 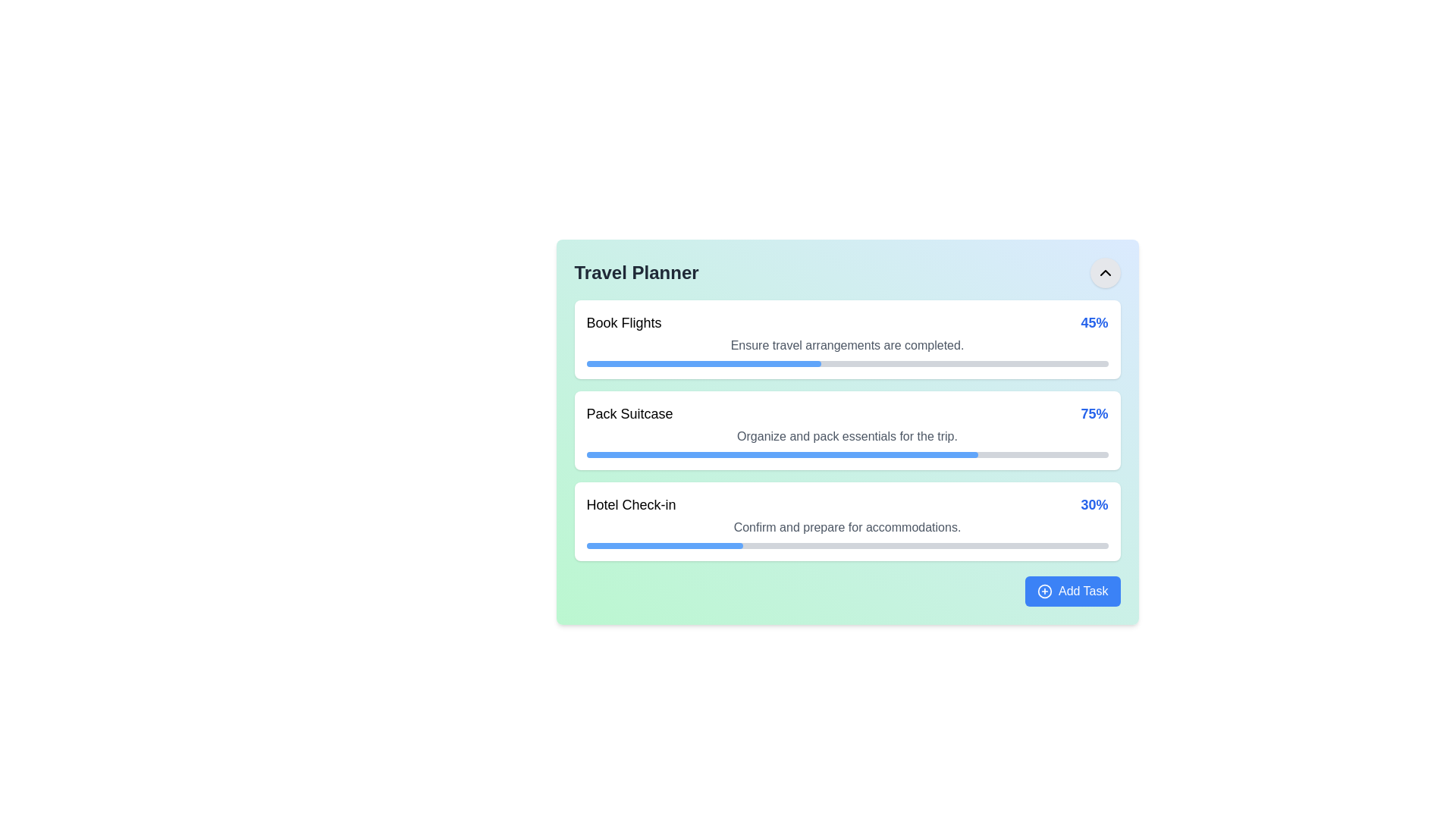 I want to click on the blue progress bar segment that occupies the leftmost 45% of the horizontal bar in the 'Book Flights' section of the 'Travel Planner' interface, so click(x=703, y=363).